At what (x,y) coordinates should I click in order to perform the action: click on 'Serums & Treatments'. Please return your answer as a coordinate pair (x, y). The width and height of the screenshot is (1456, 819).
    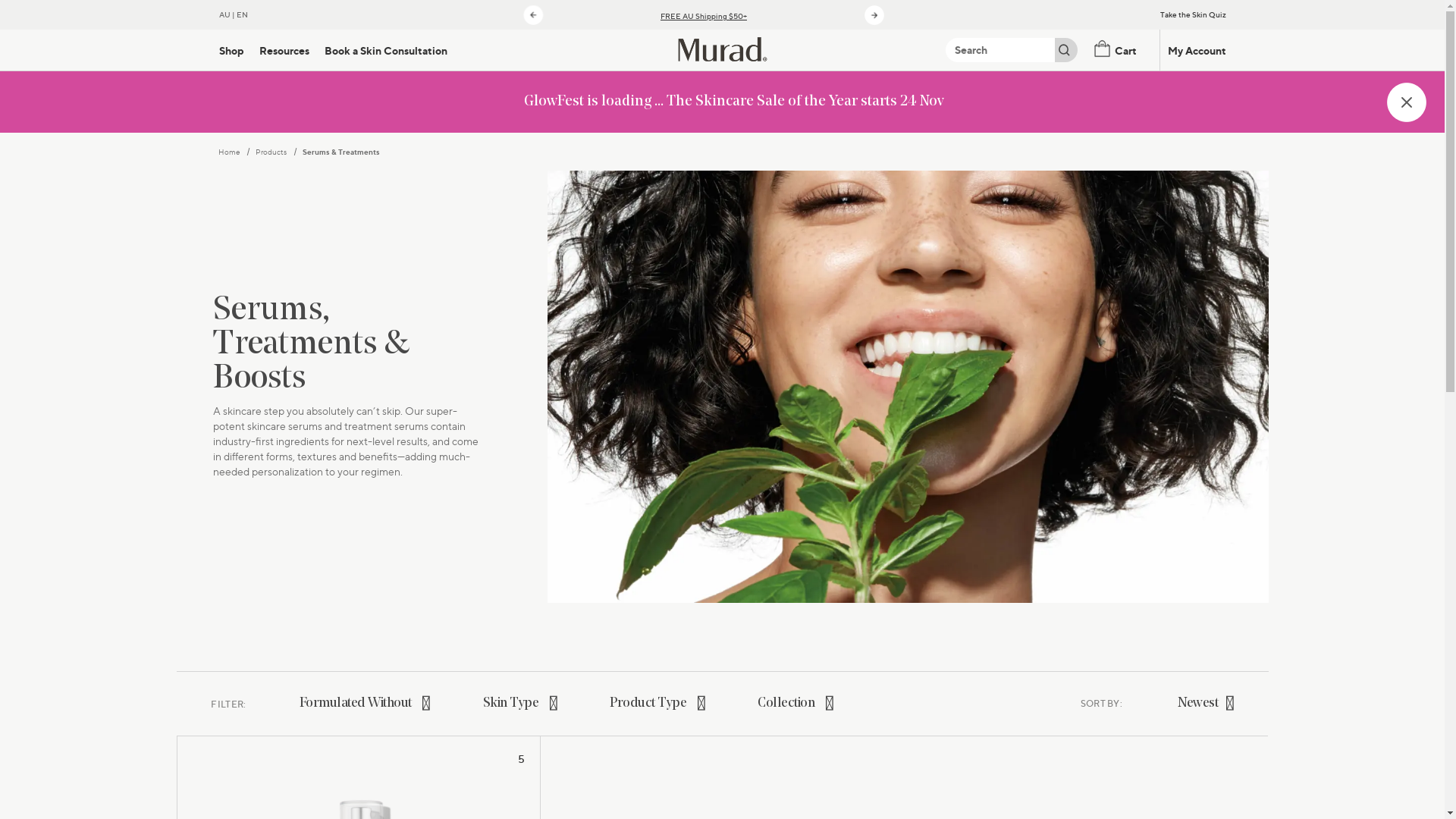
    Looking at the image, I should click on (340, 152).